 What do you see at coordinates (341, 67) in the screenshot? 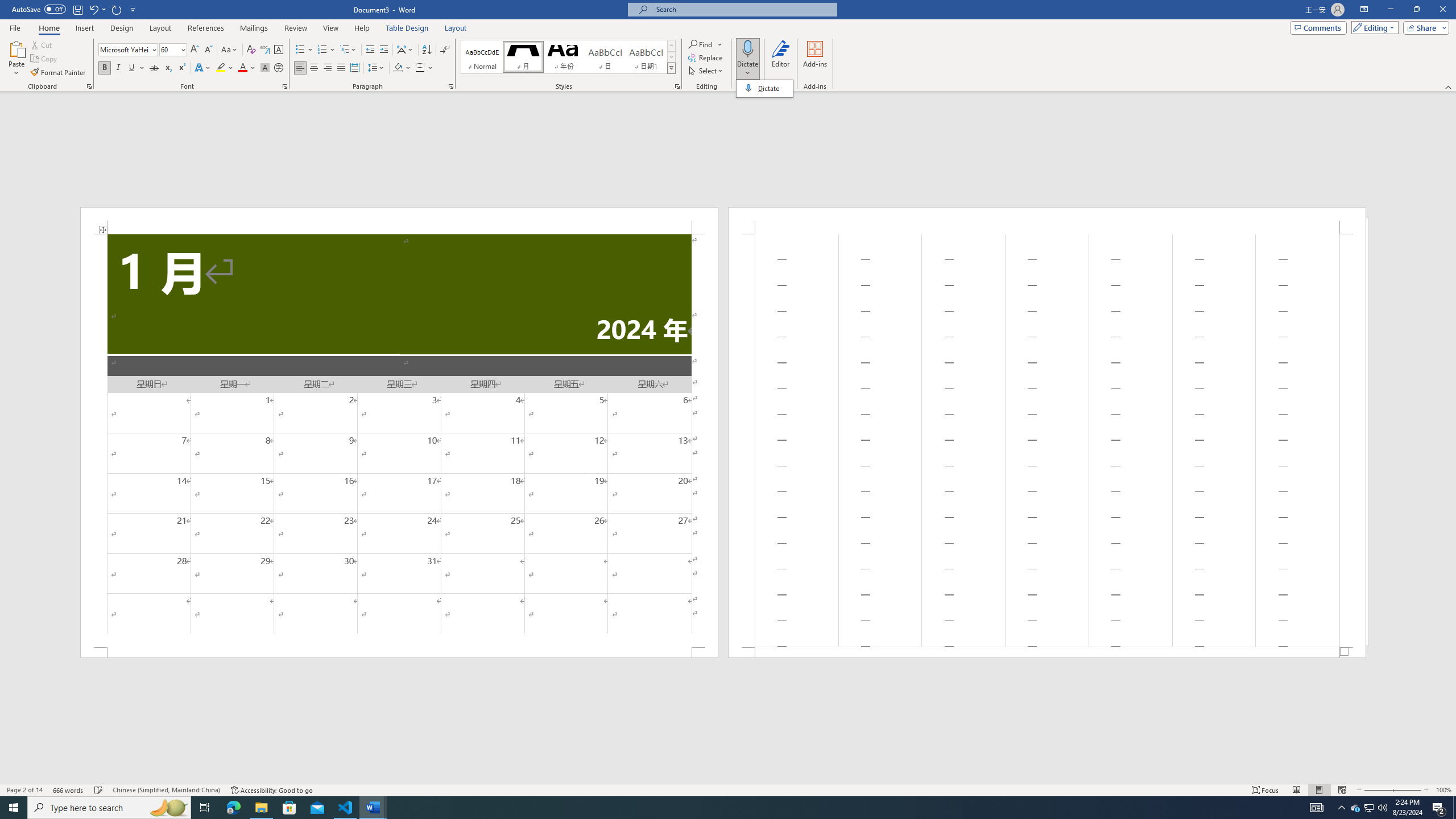
I see `'Justify'` at bounding box center [341, 67].